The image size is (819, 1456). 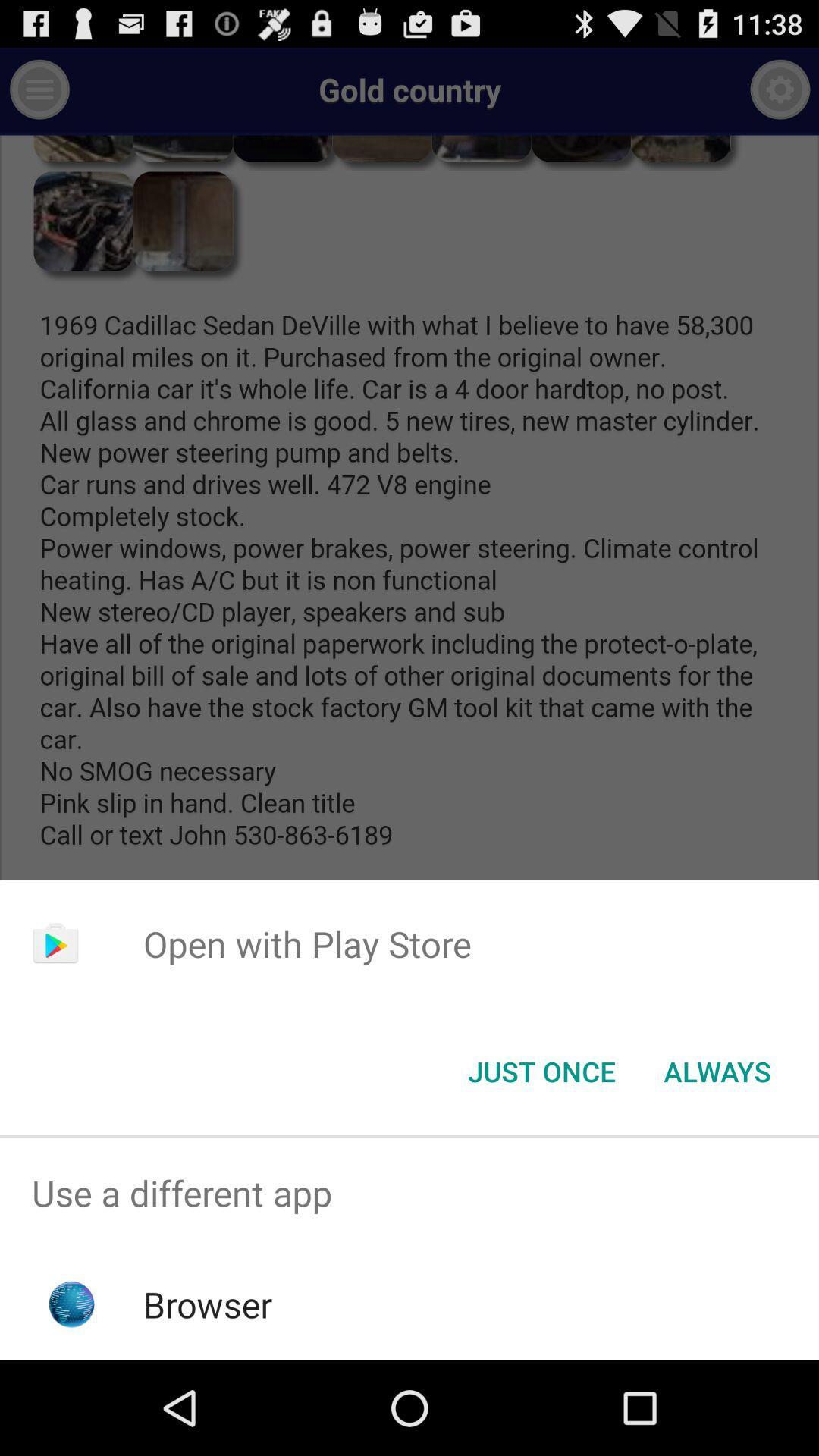 What do you see at coordinates (409, 1192) in the screenshot?
I see `the use a different icon` at bounding box center [409, 1192].